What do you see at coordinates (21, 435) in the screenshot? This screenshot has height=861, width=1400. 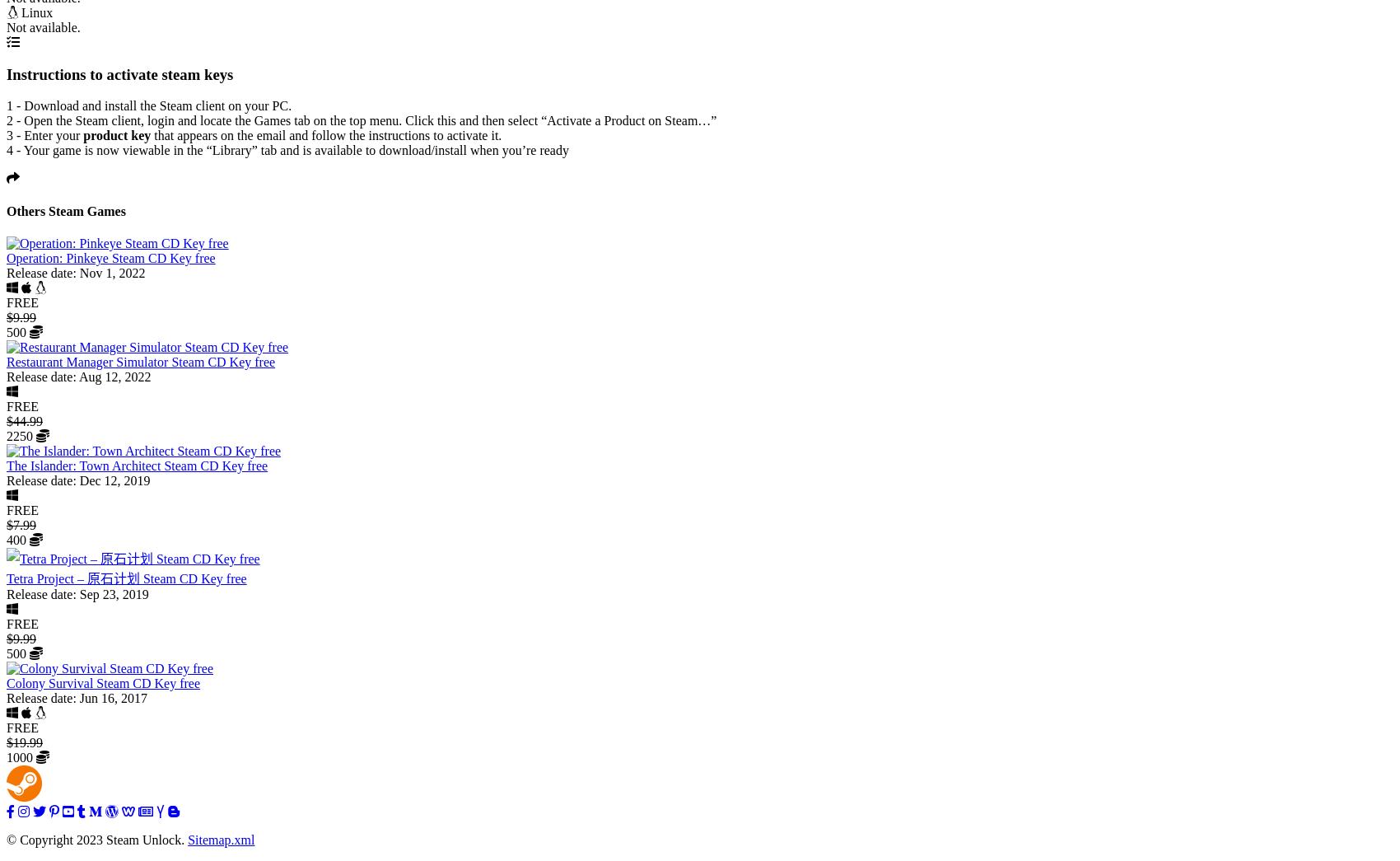 I see `'2250'` at bounding box center [21, 435].